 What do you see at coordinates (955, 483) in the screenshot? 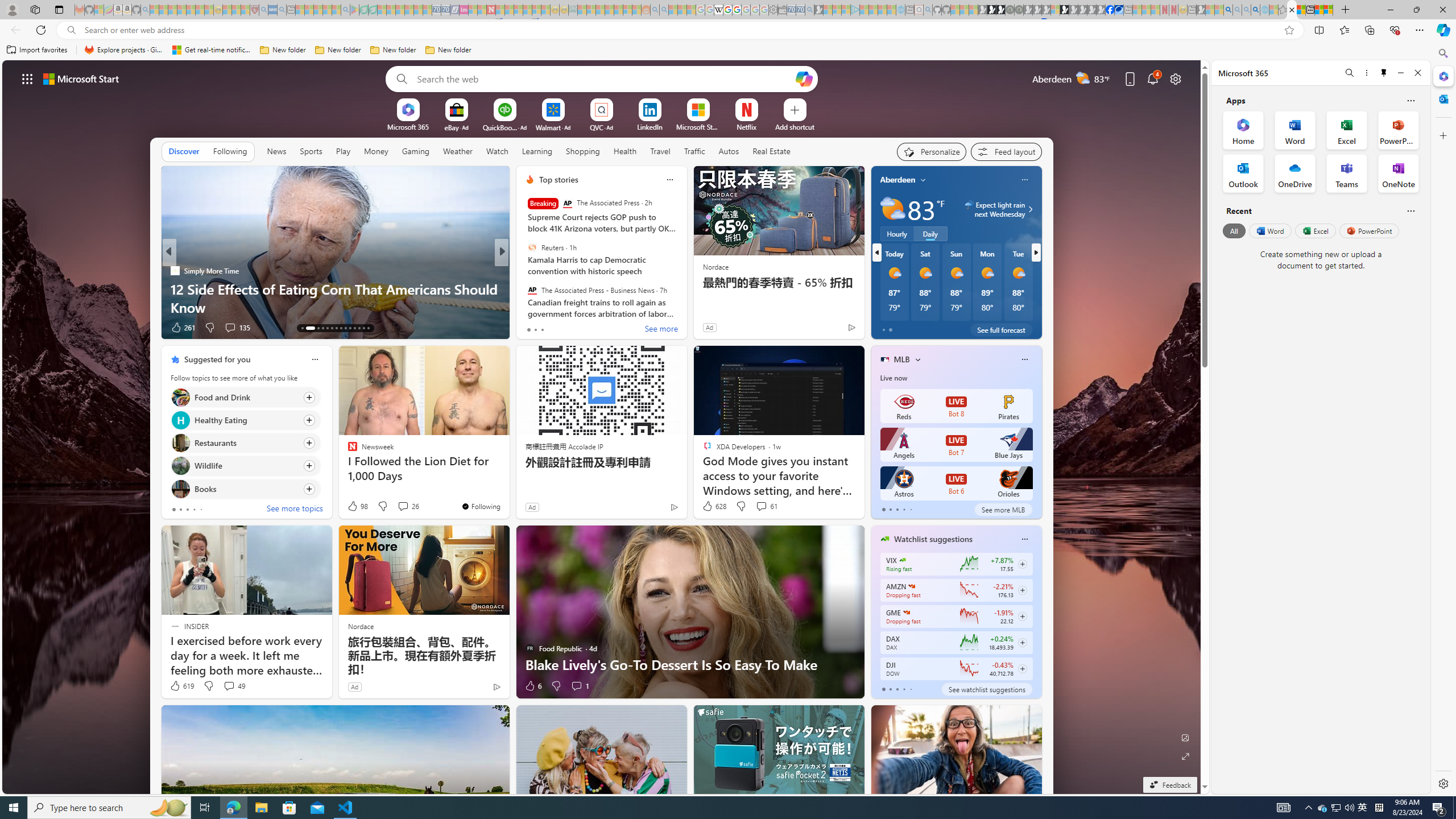
I see `'Astros LIVE Bot 6 Orioles'` at bounding box center [955, 483].